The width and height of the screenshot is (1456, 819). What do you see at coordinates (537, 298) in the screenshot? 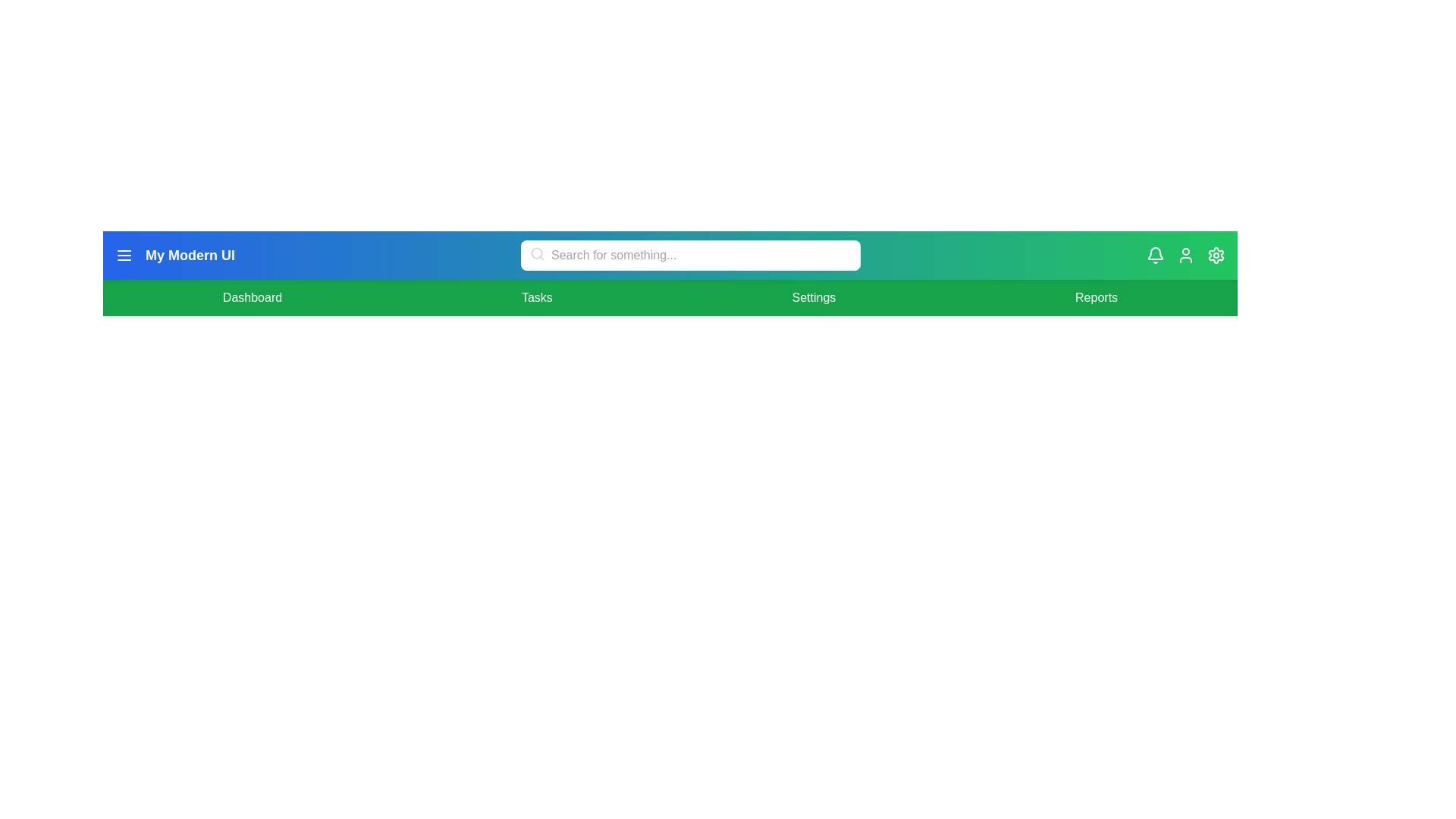
I see `the menu item Tasks to navigate to the corresponding section` at bounding box center [537, 298].